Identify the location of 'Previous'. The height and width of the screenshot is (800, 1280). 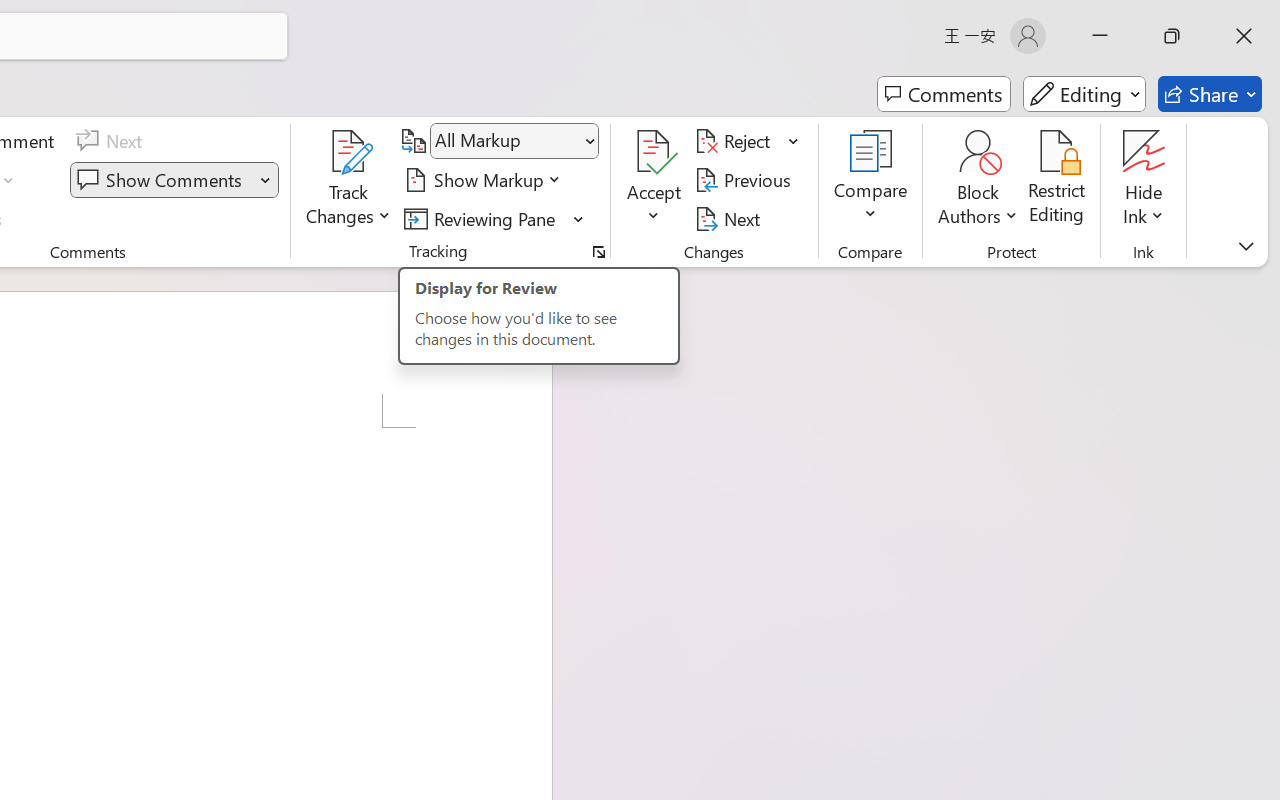
(745, 179).